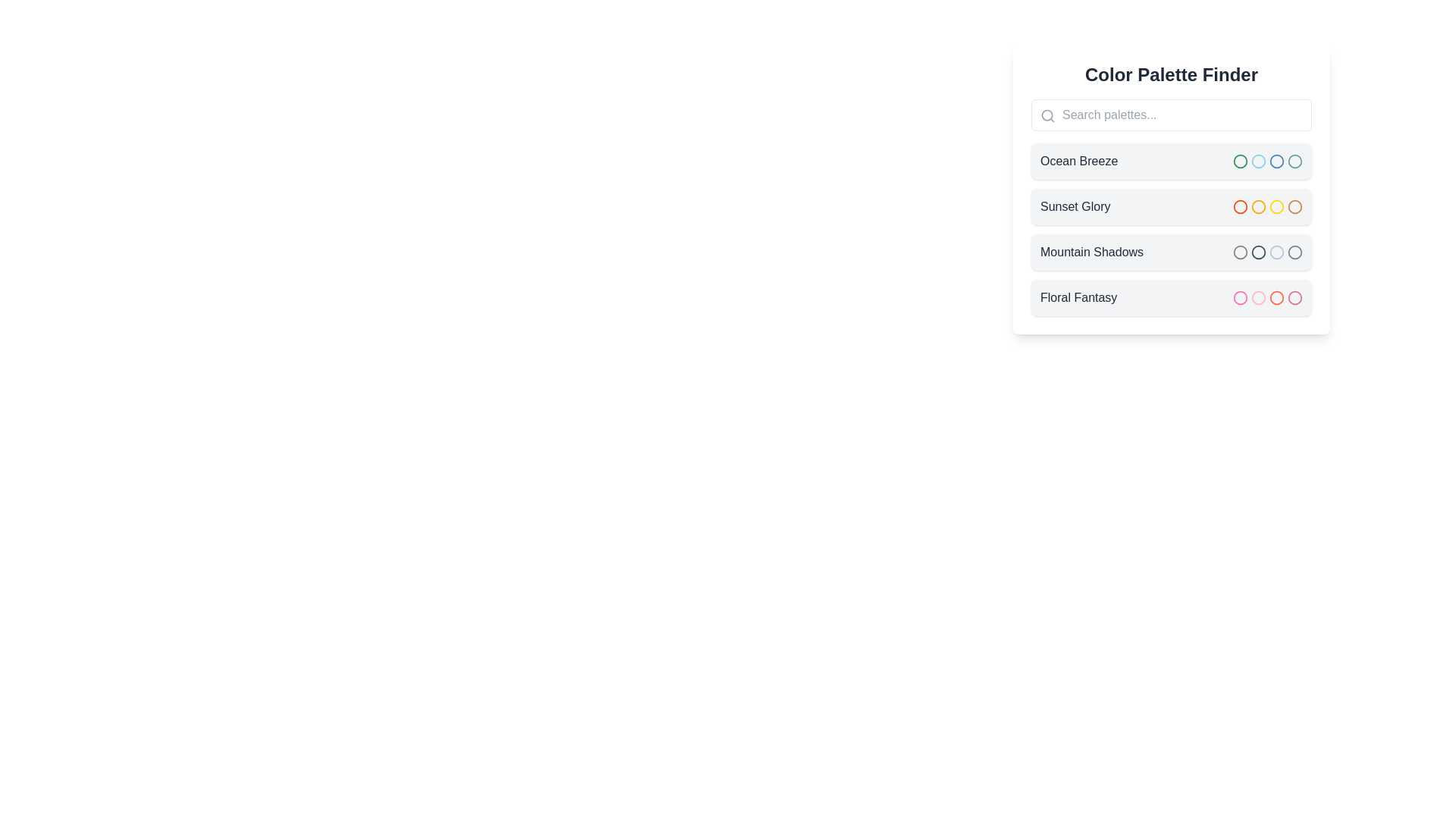 This screenshot has height=819, width=1456. What do you see at coordinates (1267, 161) in the screenshot?
I see `the first circular icon in the horizontal group of icons in the 'Color Palette Finder' widget` at bounding box center [1267, 161].